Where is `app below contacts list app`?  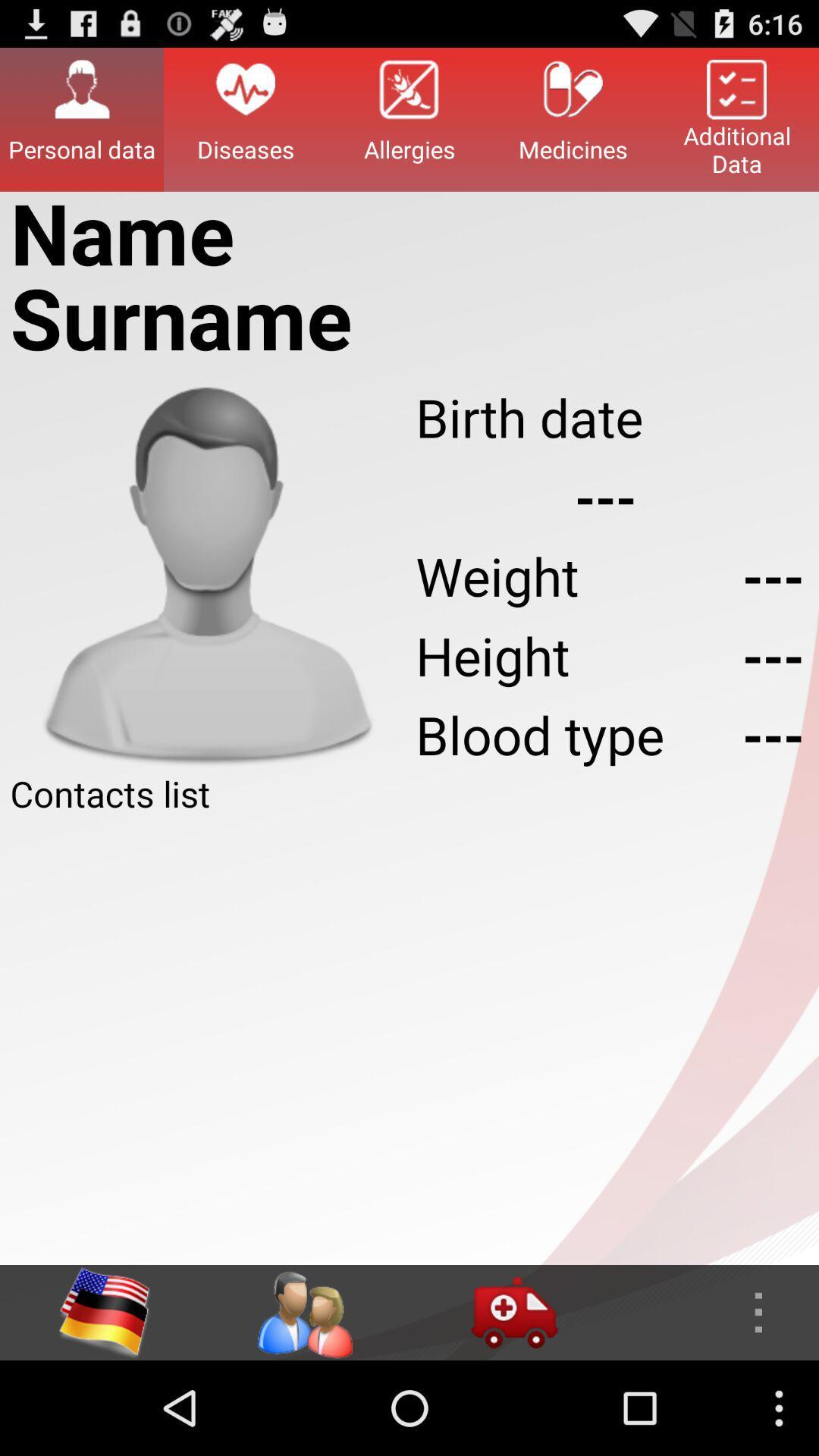 app below contacts list app is located at coordinates (409, 1040).